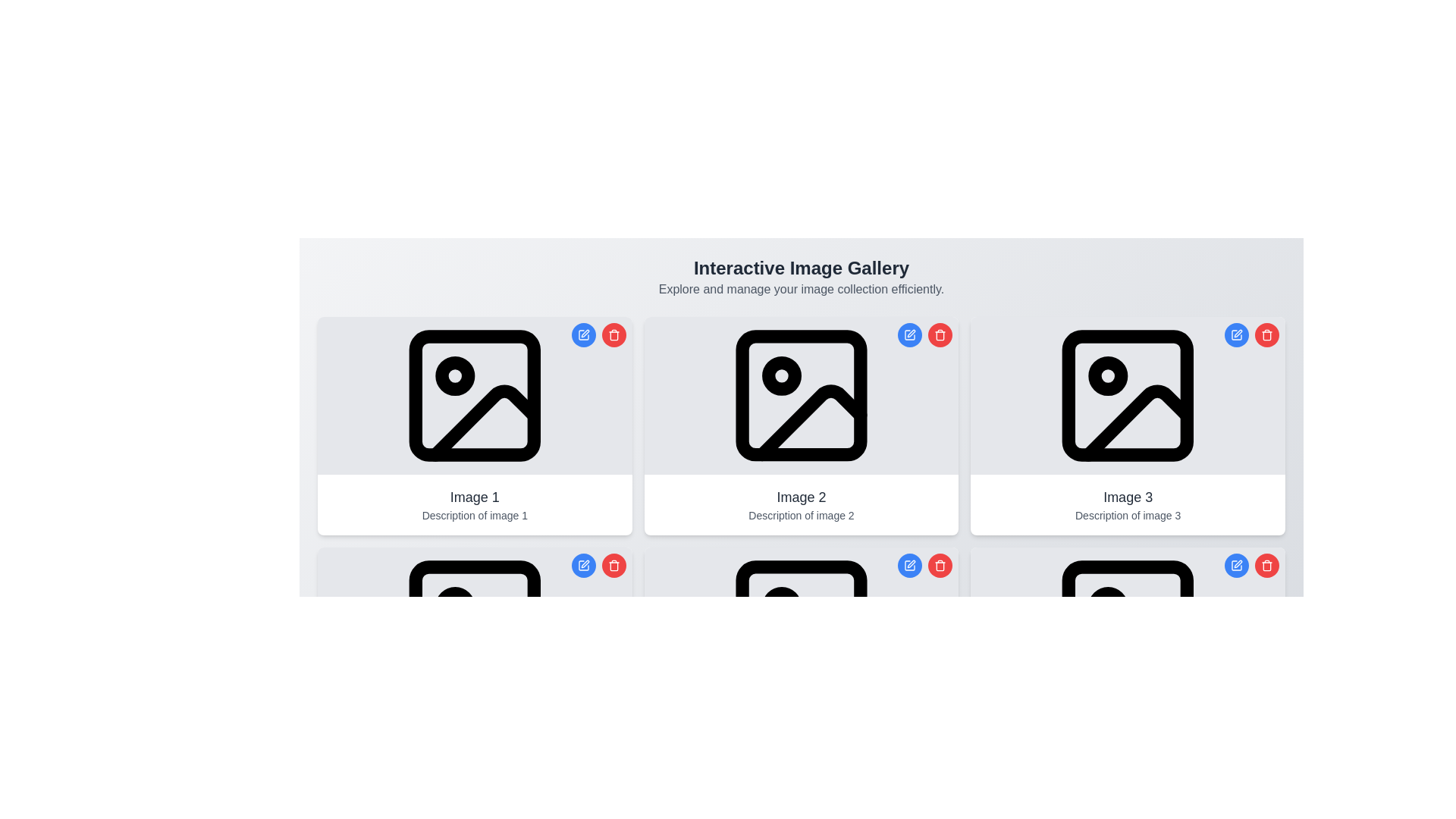 The image size is (1456, 819). Describe the element at coordinates (454, 375) in the screenshot. I see `the top-left decorative graphical icon within the image placeholder for 'Image 1'` at that location.